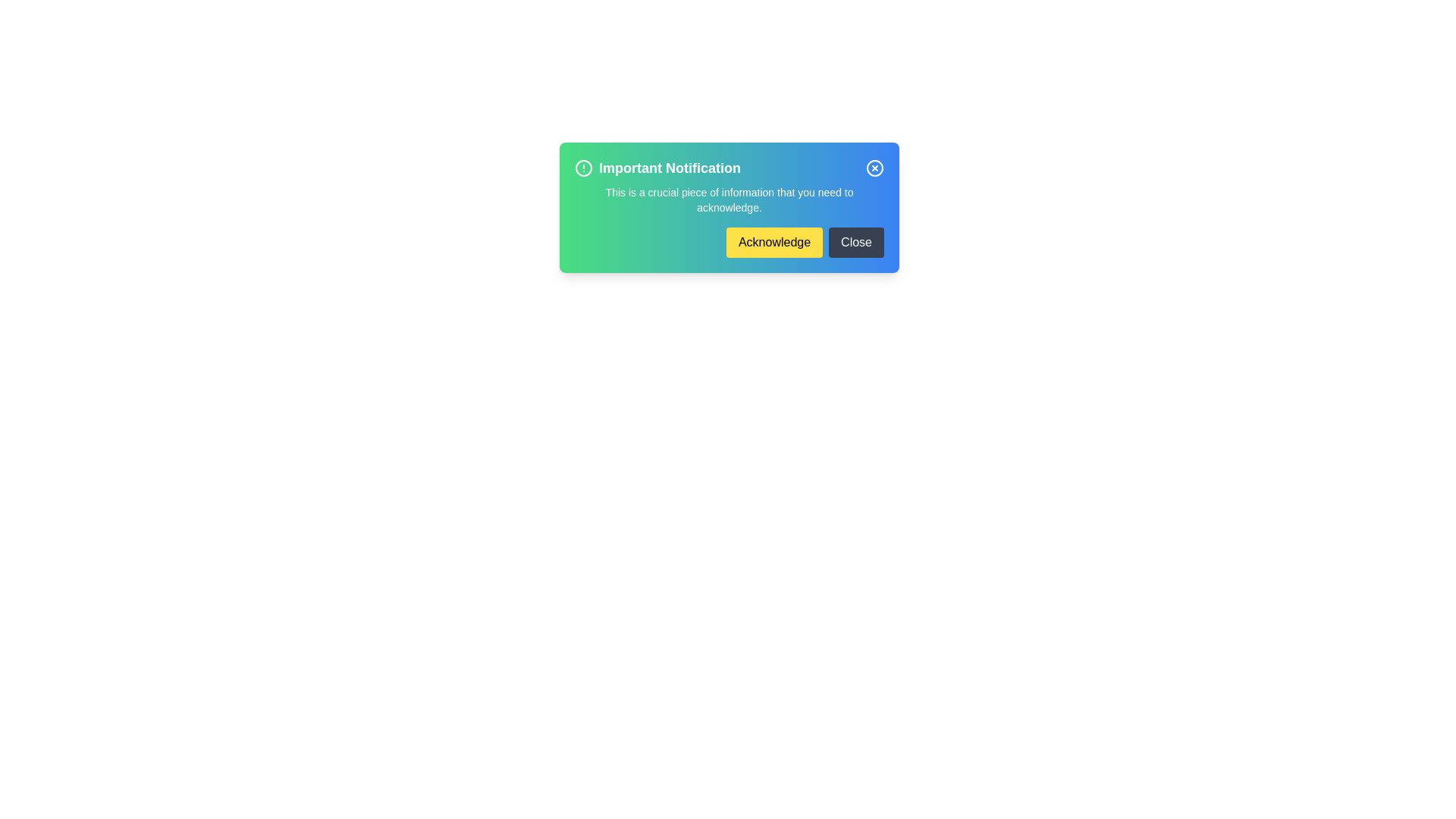 The image size is (1456, 819). What do you see at coordinates (874, 168) in the screenshot?
I see `the close button located in the top-right corner of the 'Important Notification' box` at bounding box center [874, 168].